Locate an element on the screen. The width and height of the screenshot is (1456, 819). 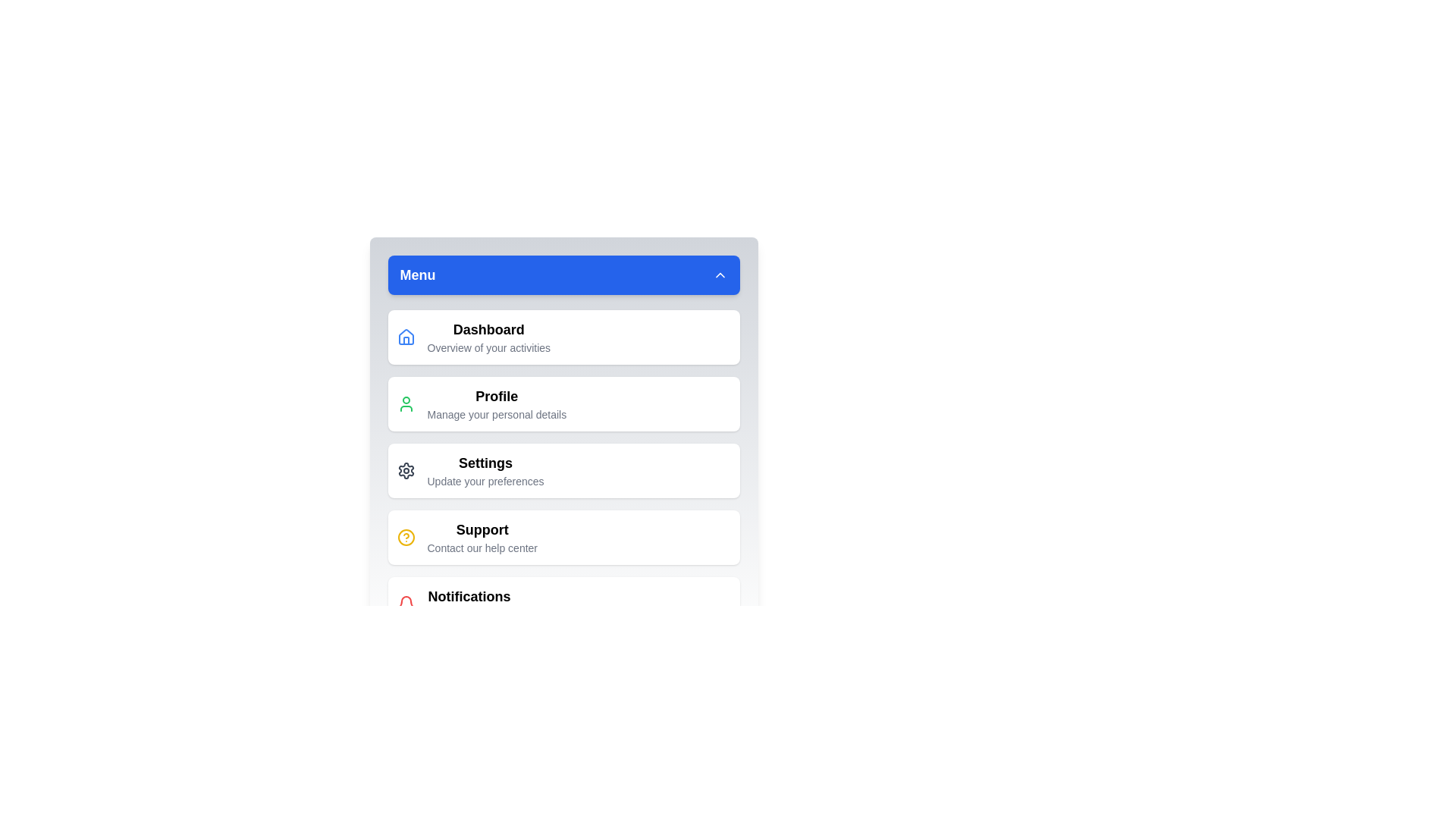
the third menu item in the vertical list that provides access to settings or preferences options in the application is located at coordinates (563, 470).